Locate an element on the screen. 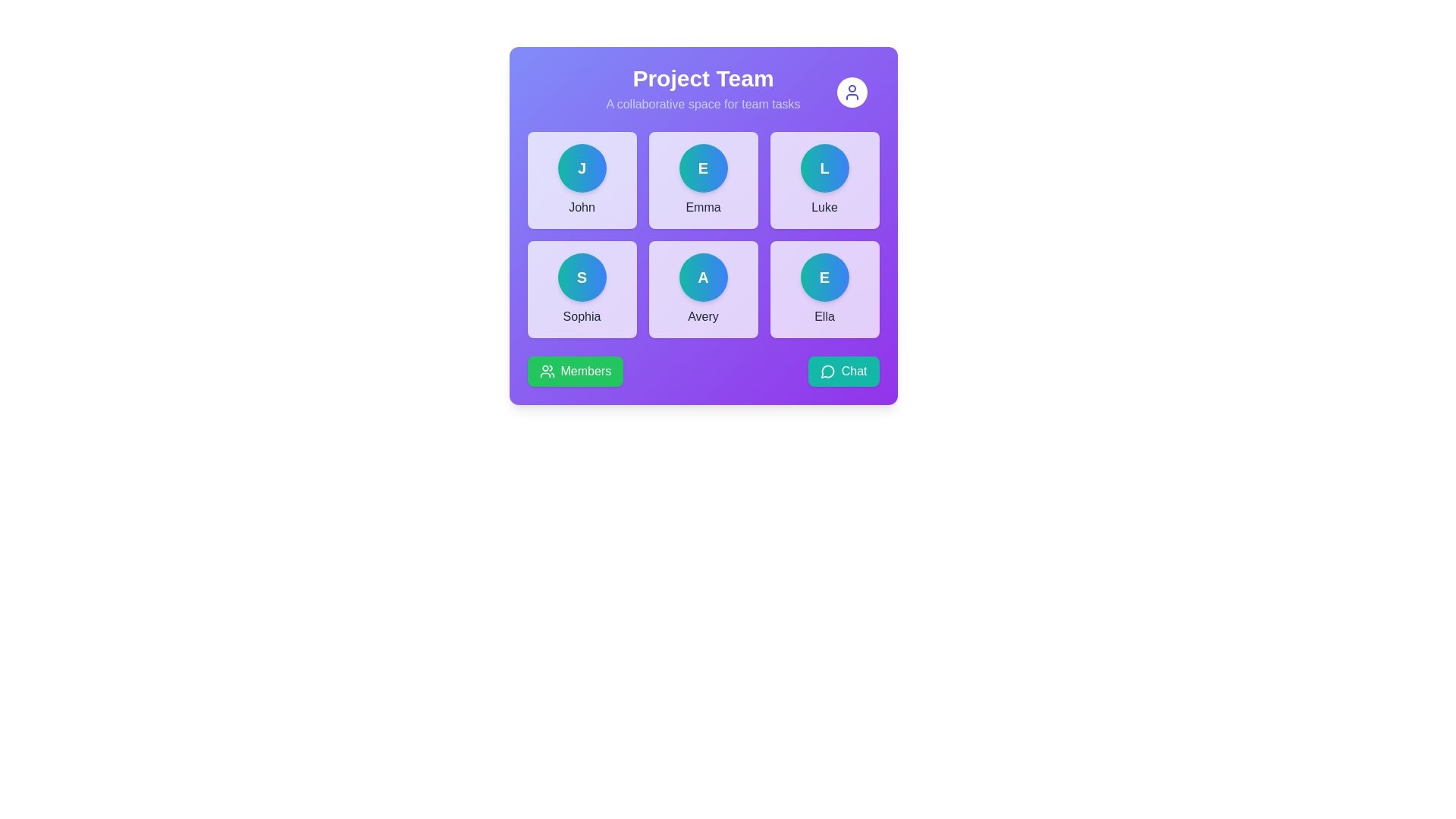 This screenshot has height=819, width=1456. the Profile card representing team member 'Ella' is located at coordinates (824, 289).